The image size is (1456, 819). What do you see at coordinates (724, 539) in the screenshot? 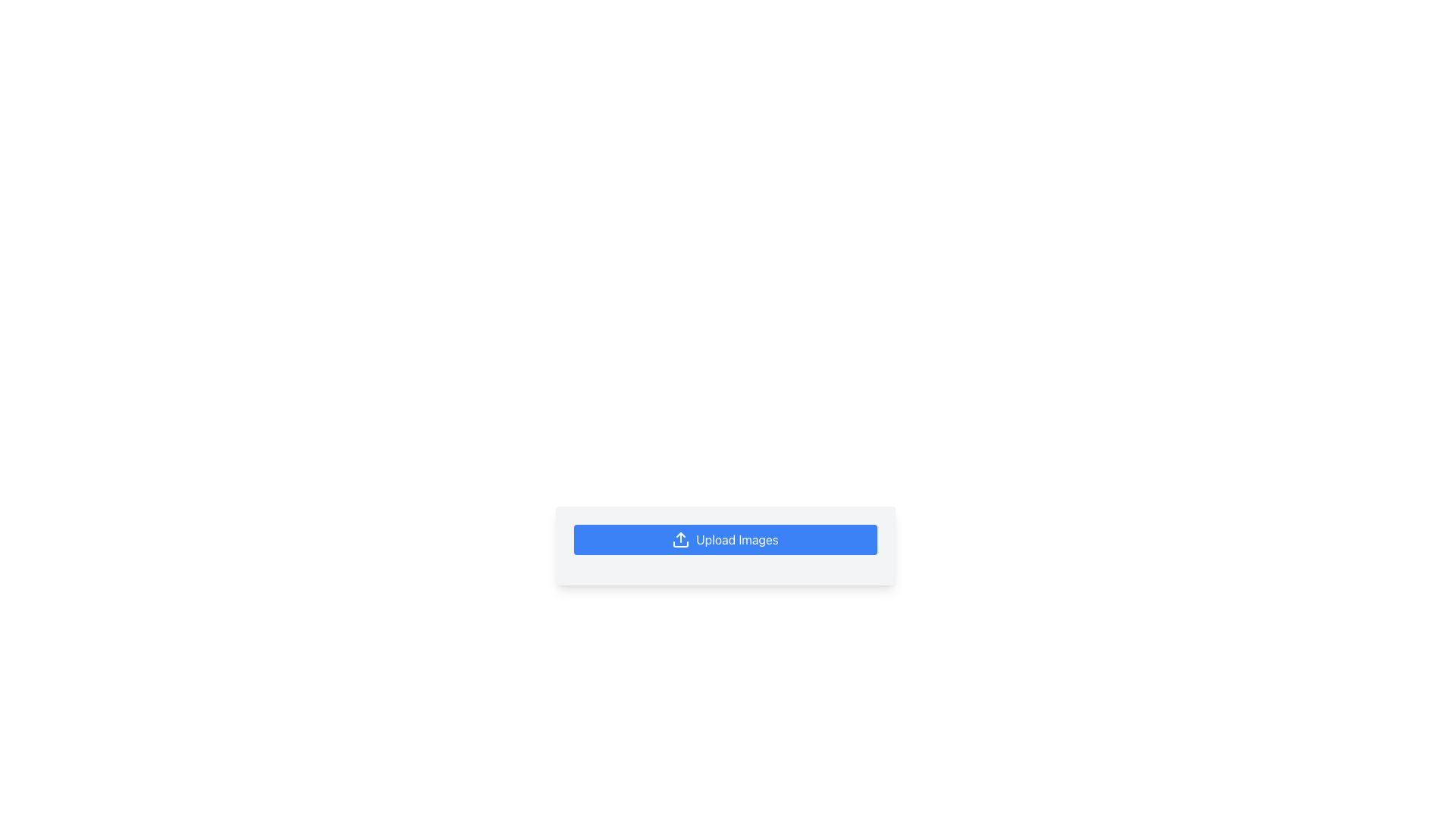
I see `the 'Upload Images' button, which is a blue rectangular button with white text and an upward arrow symbol` at bounding box center [724, 539].